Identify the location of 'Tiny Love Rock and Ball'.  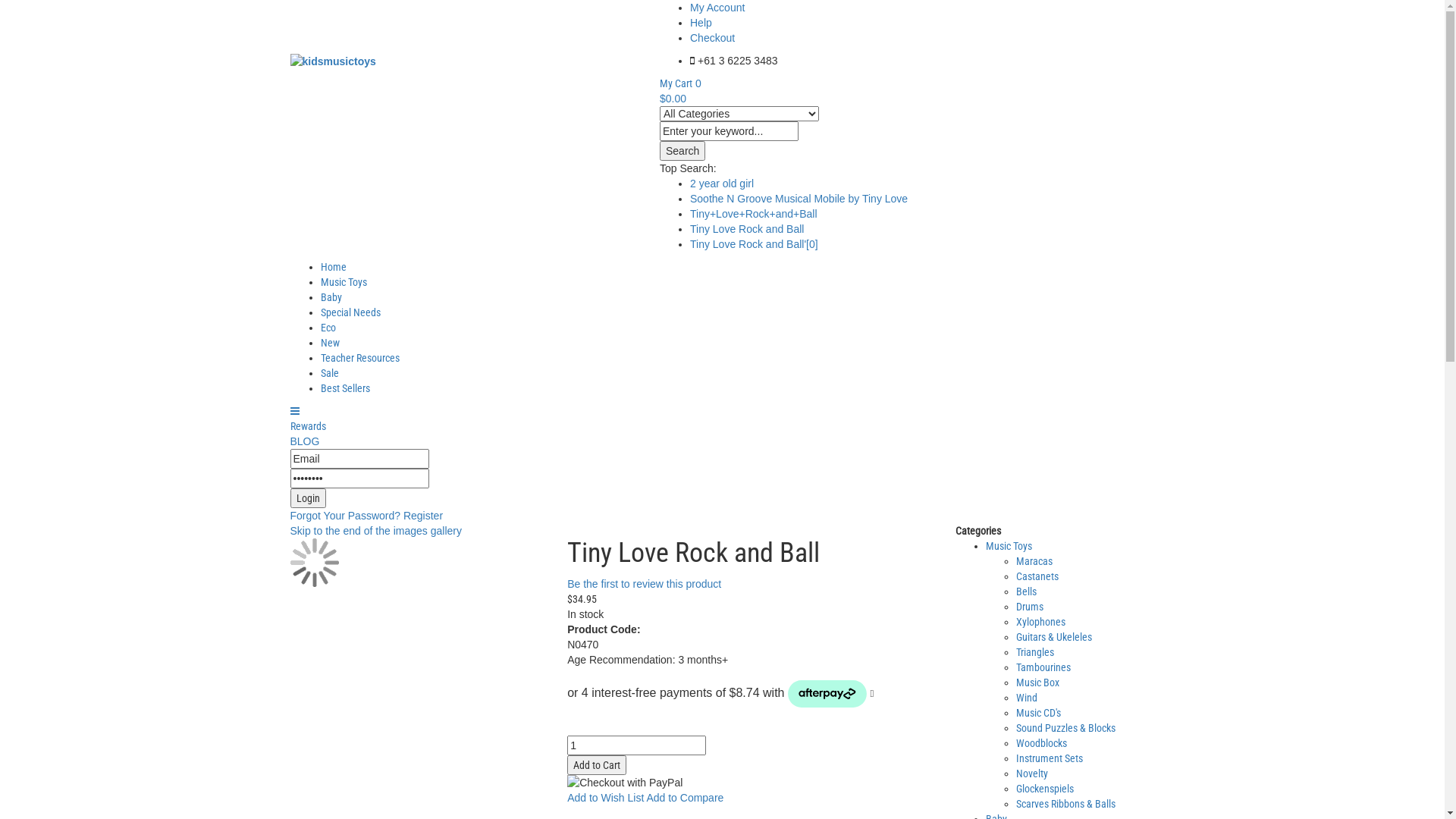
(746, 228).